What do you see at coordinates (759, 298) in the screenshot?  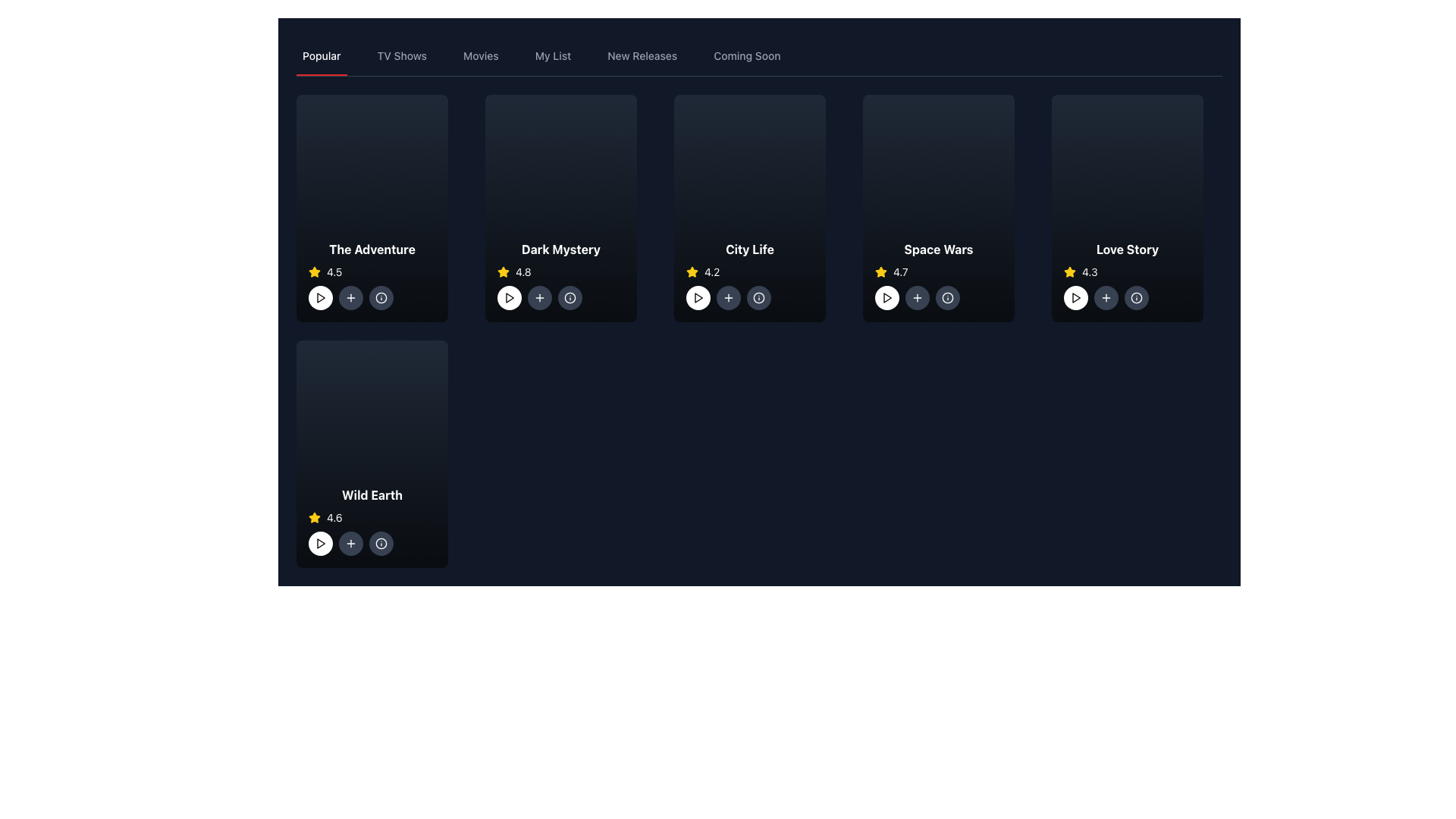 I see `the circular element within the SVG graphic, which is part of an information icon located under the 'City Life' title in the middle card of the first row` at bounding box center [759, 298].